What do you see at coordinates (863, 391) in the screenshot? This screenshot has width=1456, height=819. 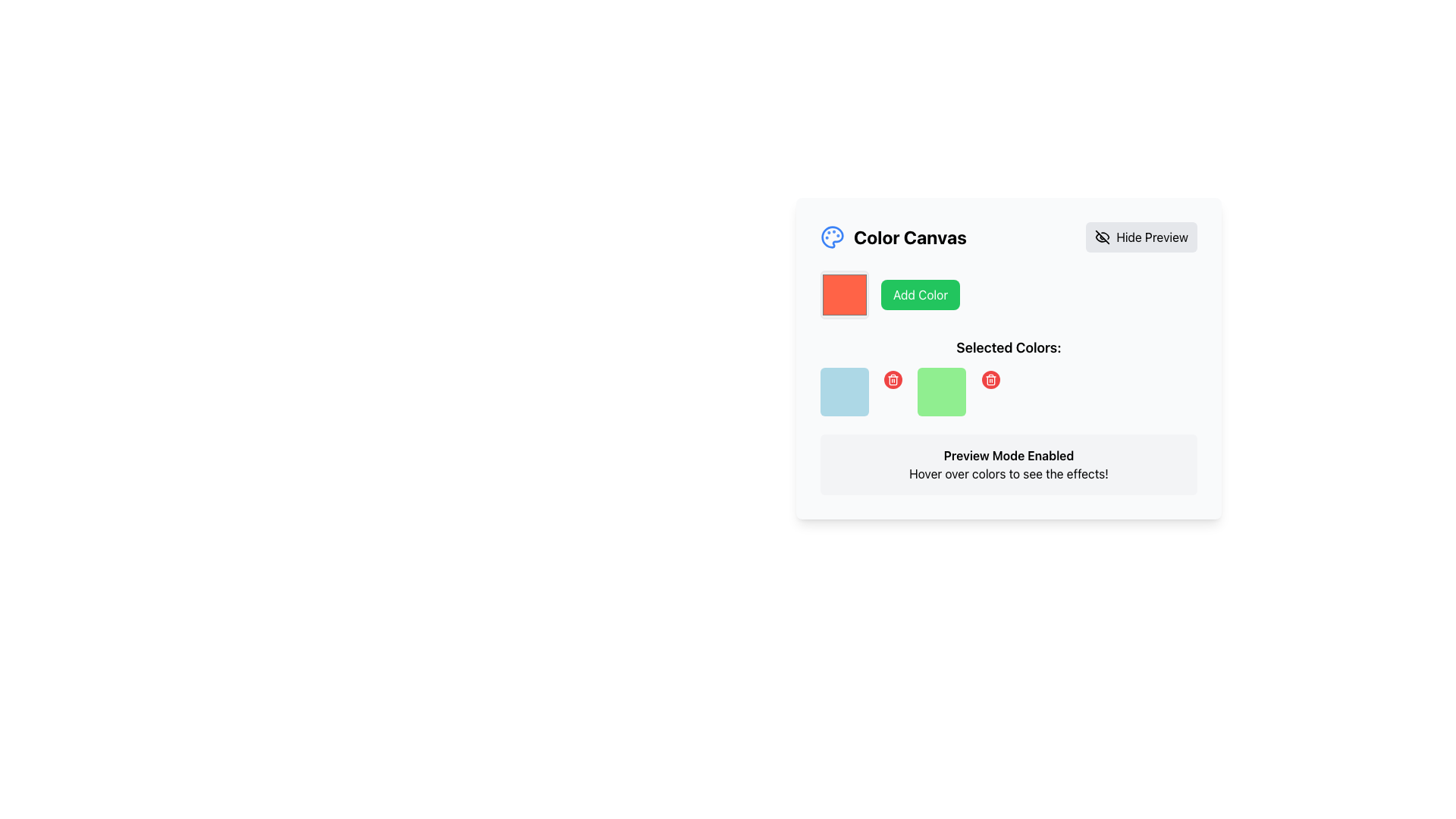 I see `the light blue color representation swatch located` at bounding box center [863, 391].